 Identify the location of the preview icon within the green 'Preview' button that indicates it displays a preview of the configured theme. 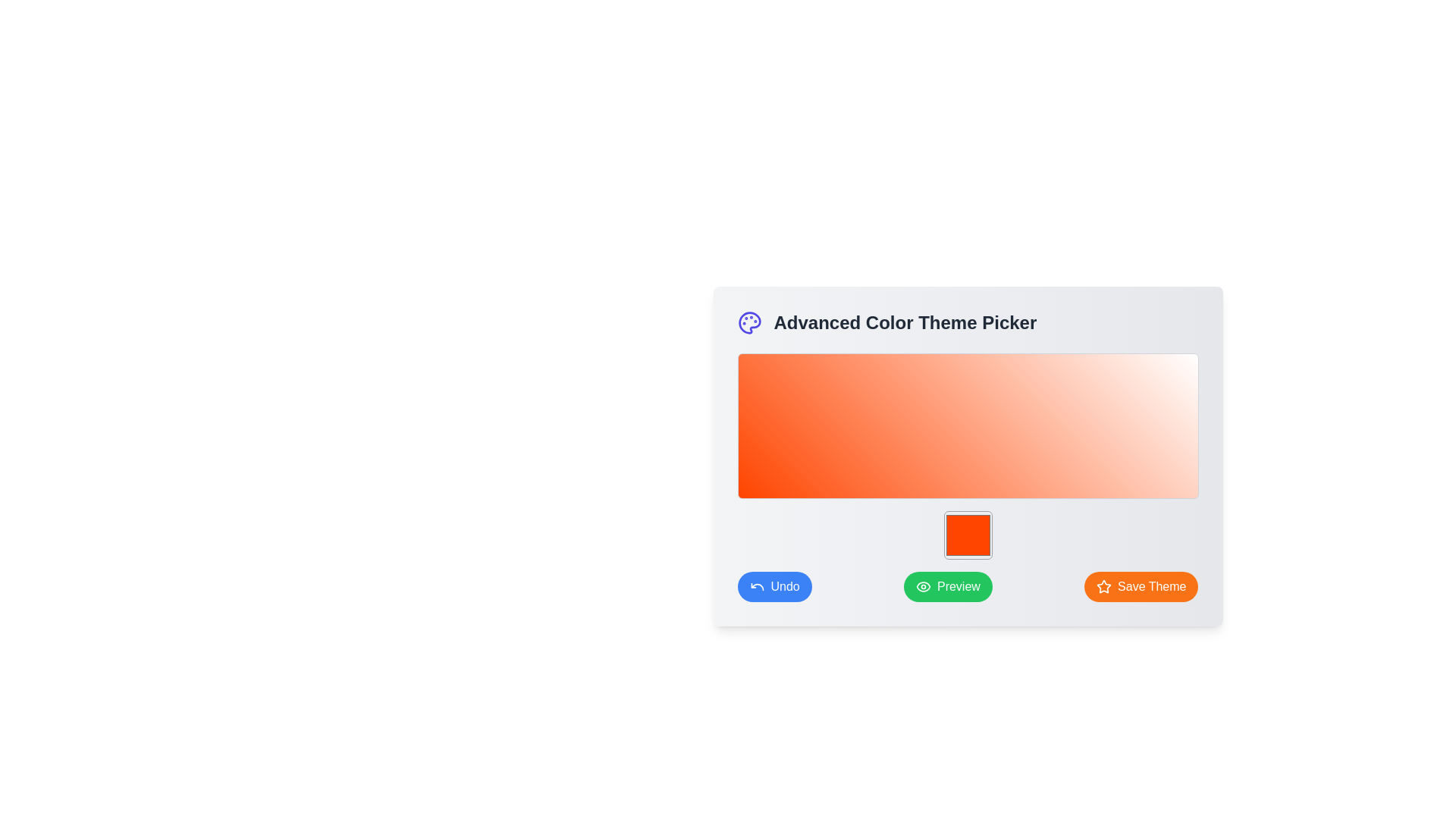
(922, 586).